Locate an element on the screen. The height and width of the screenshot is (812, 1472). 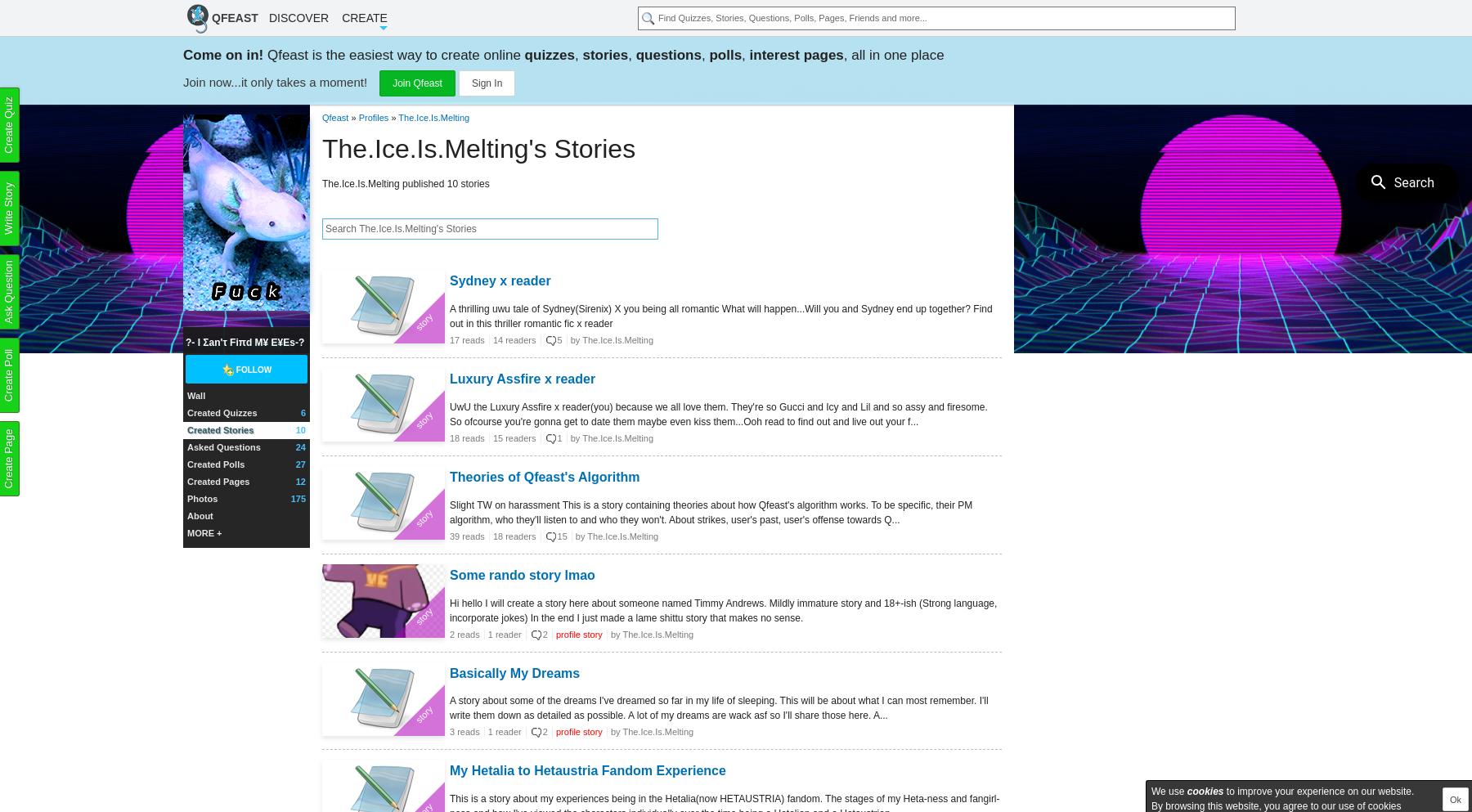
'questions' is located at coordinates (668, 55).